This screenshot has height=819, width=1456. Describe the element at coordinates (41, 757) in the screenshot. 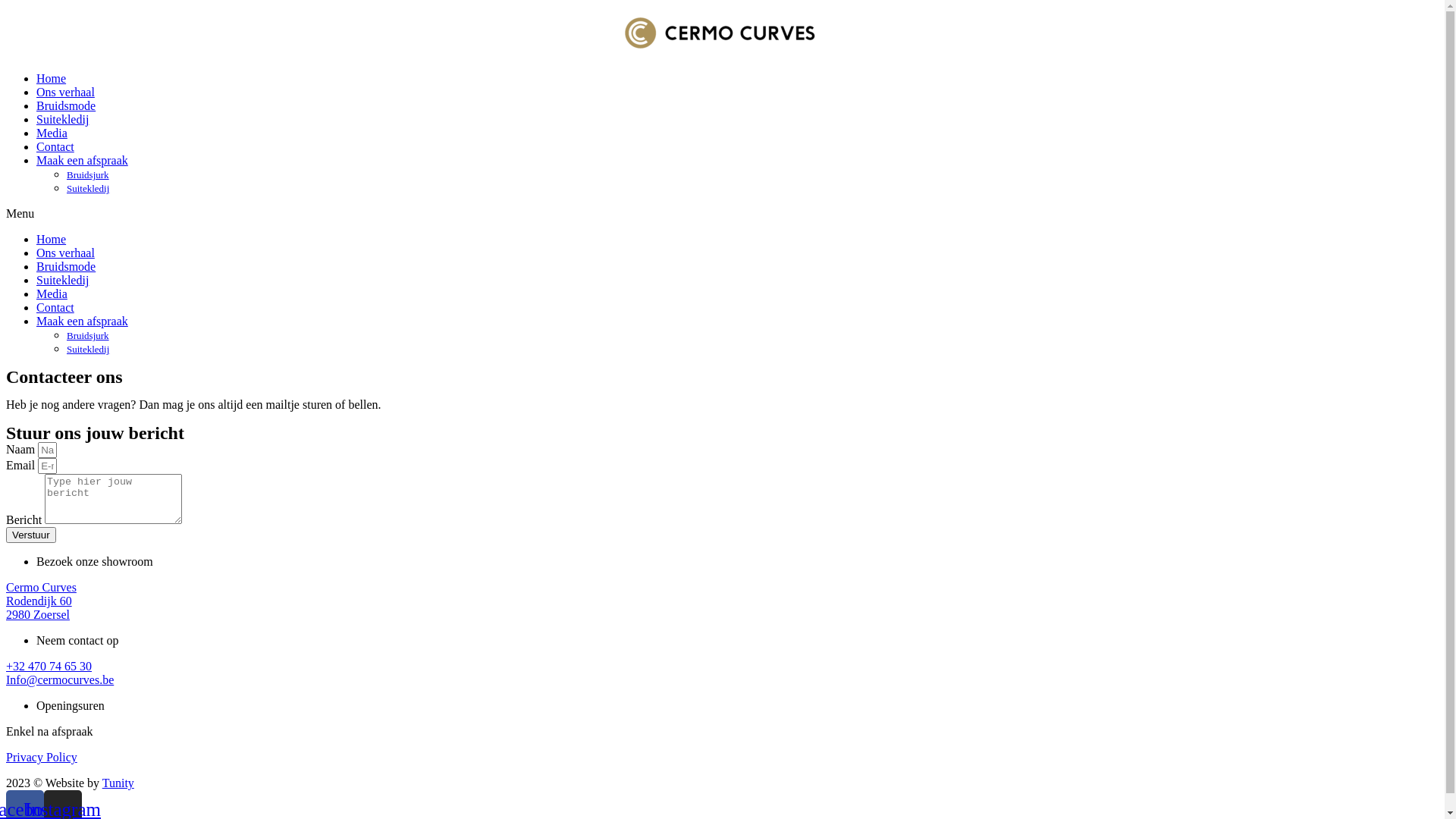

I see `'Privacy Policy'` at that location.